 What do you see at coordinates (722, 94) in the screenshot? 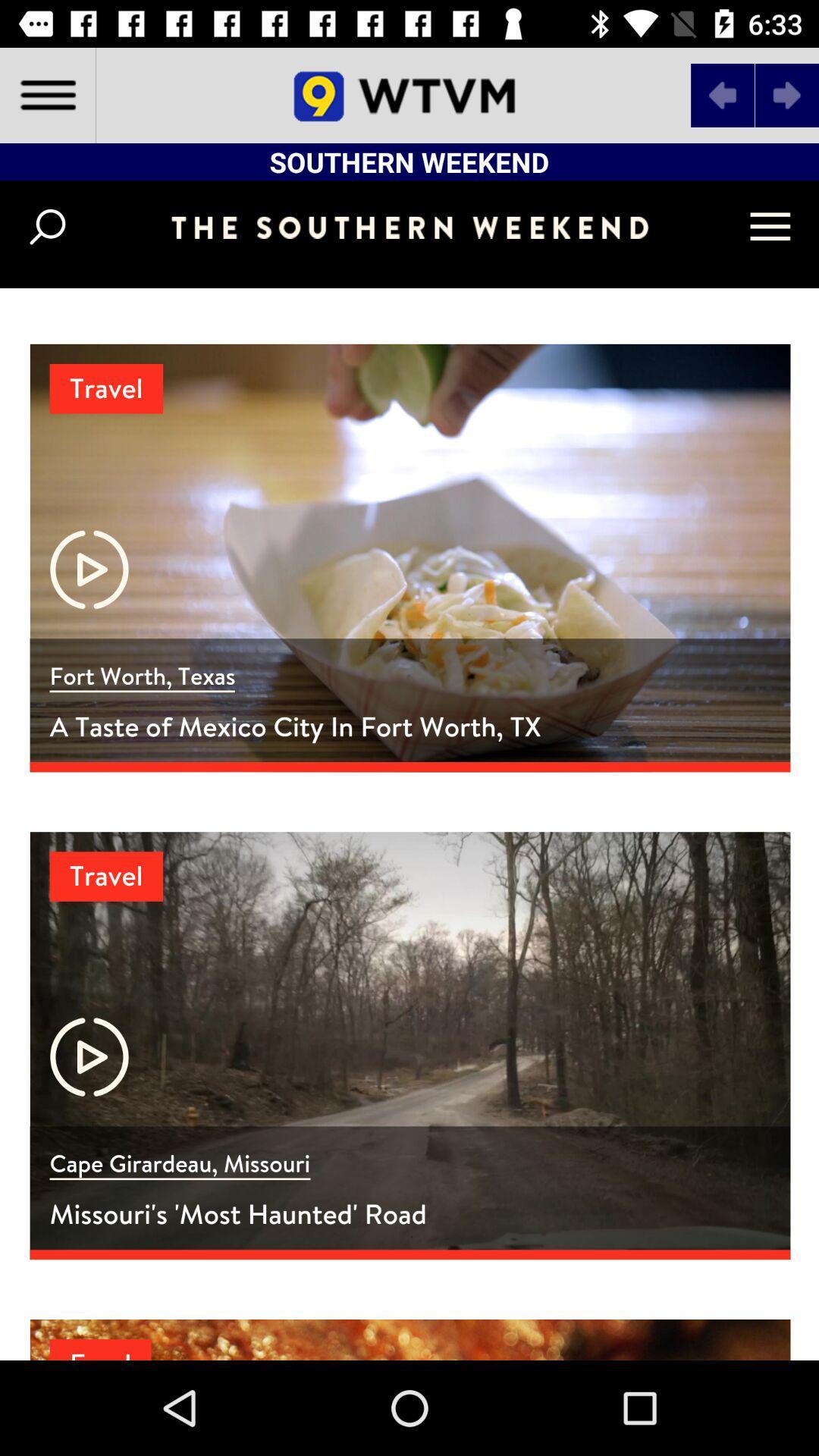
I see `the arrow_backward icon` at bounding box center [722, 94].